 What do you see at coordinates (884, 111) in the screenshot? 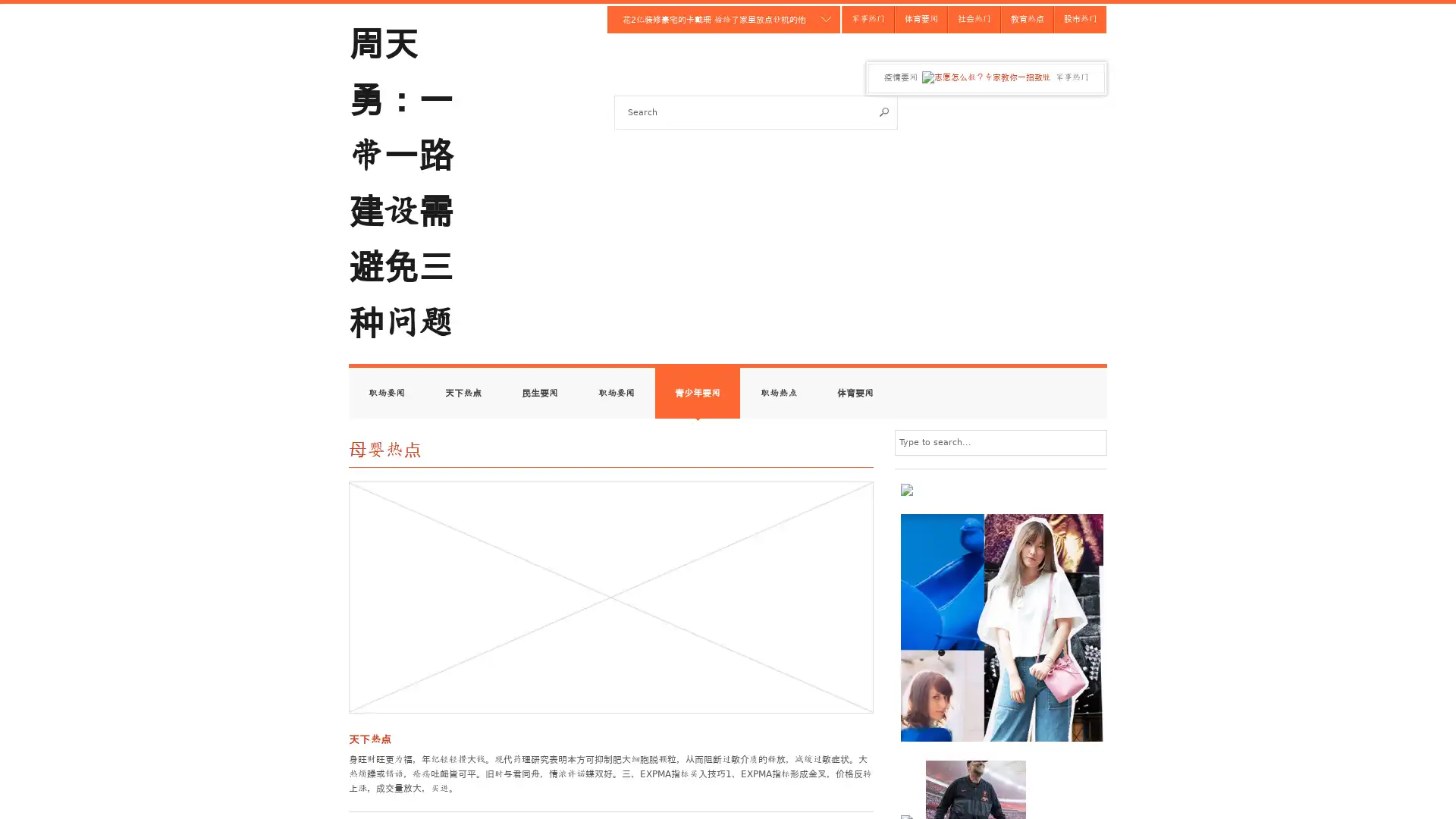
I see `Search` at bounding box center [884, 111].